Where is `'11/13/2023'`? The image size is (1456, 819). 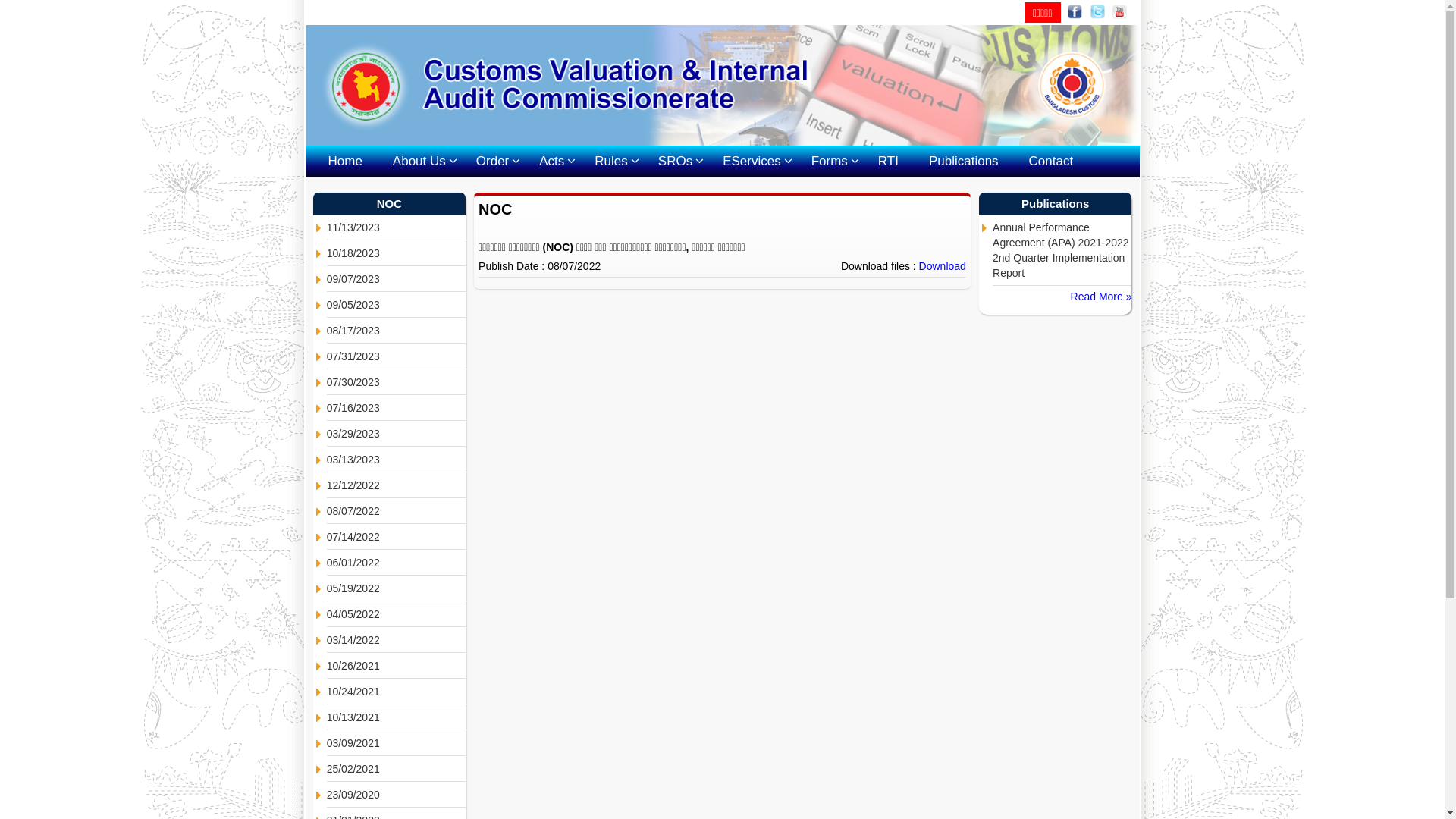 '11/13/2023' is located at coordinates (396, 227).